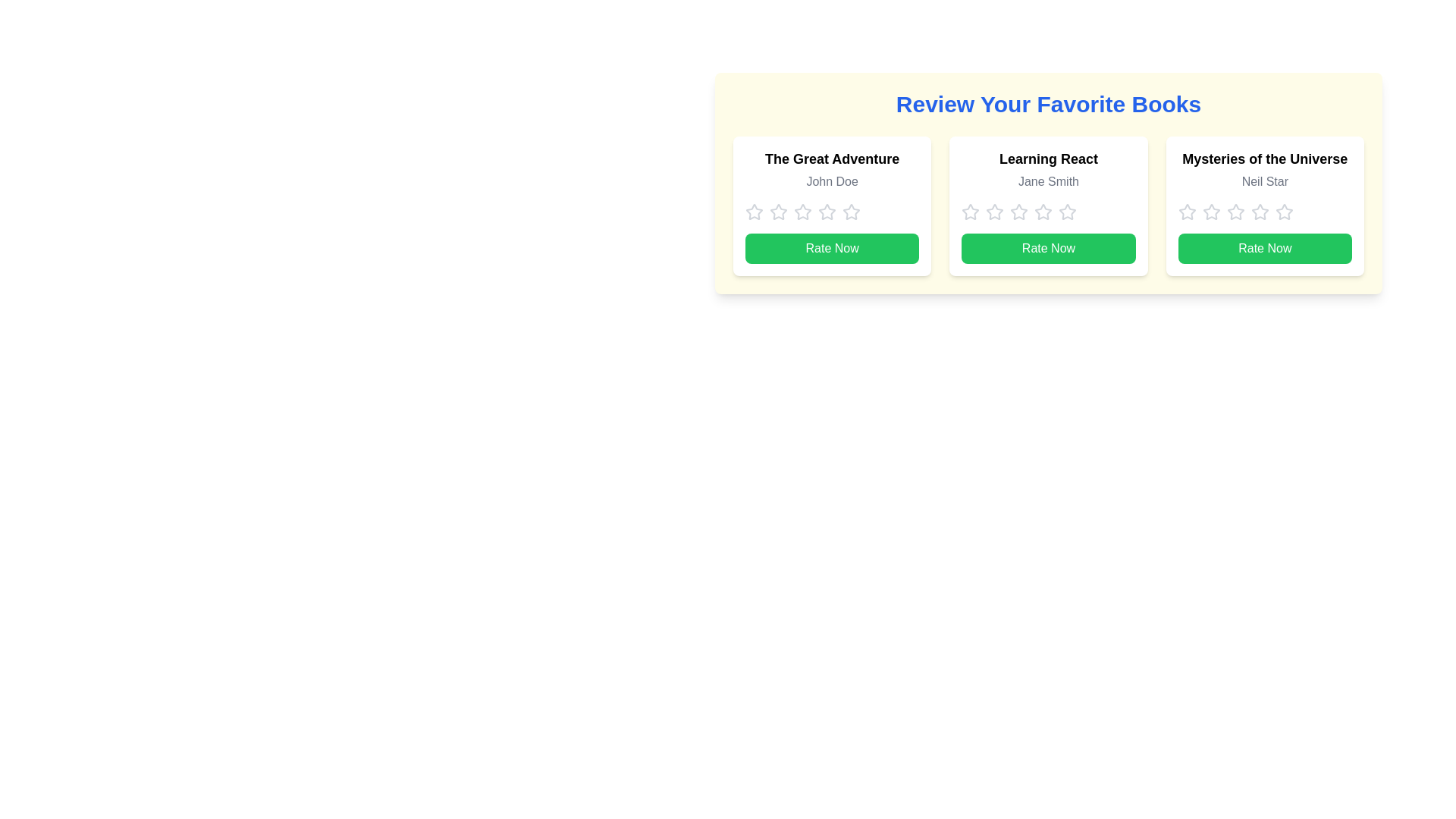 Image resolution: width=1456 pixels, height=819 pixels. I want to click on text display that shows the author or related name for the book titled 'The Great Adventure', located in the first card of a horizontal list of three cards, below the title and above the star rating component, so click(831, 180).